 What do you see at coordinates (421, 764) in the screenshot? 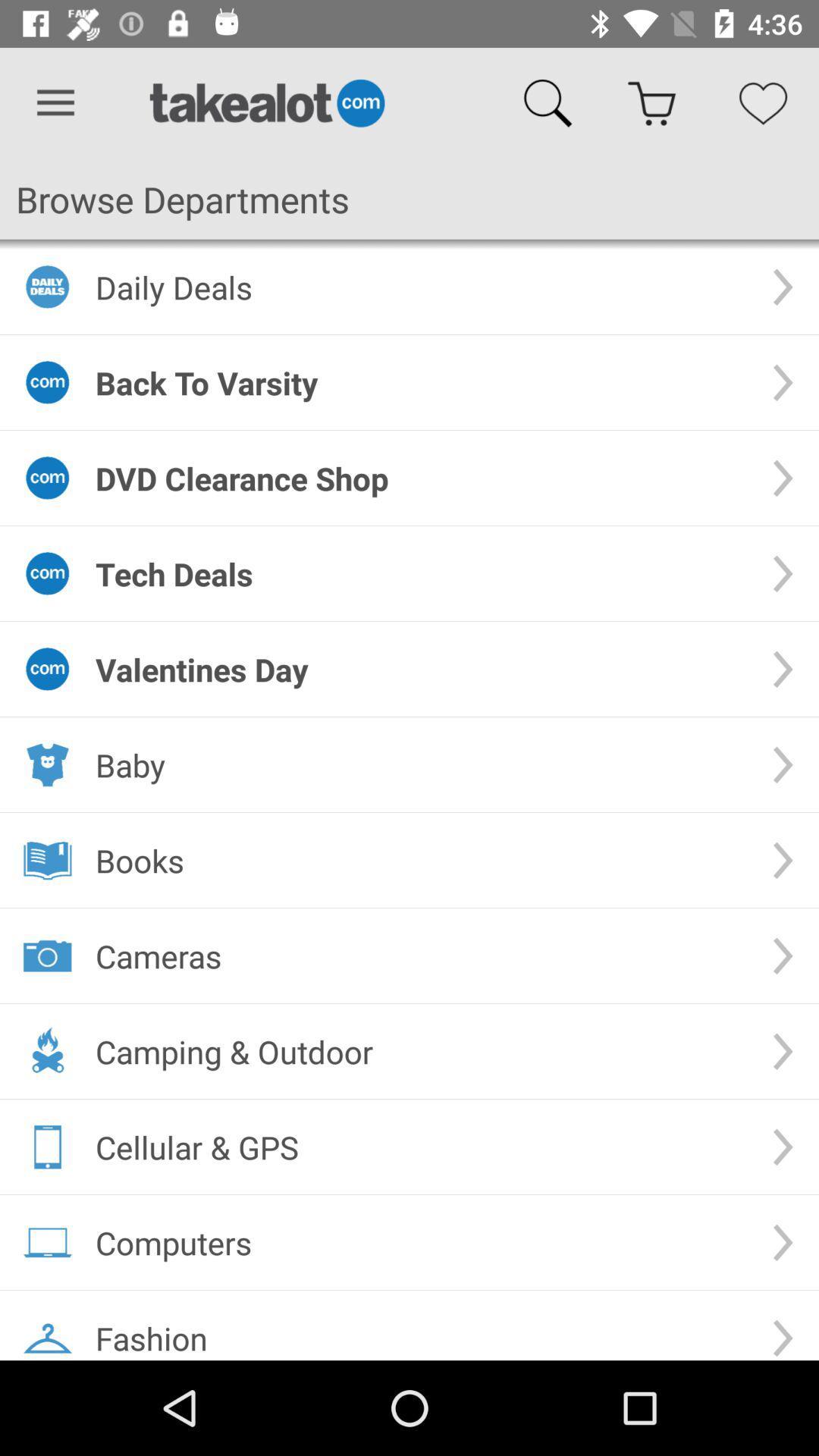
I see `the icon above the books icon` at bounding box center [421, 764].